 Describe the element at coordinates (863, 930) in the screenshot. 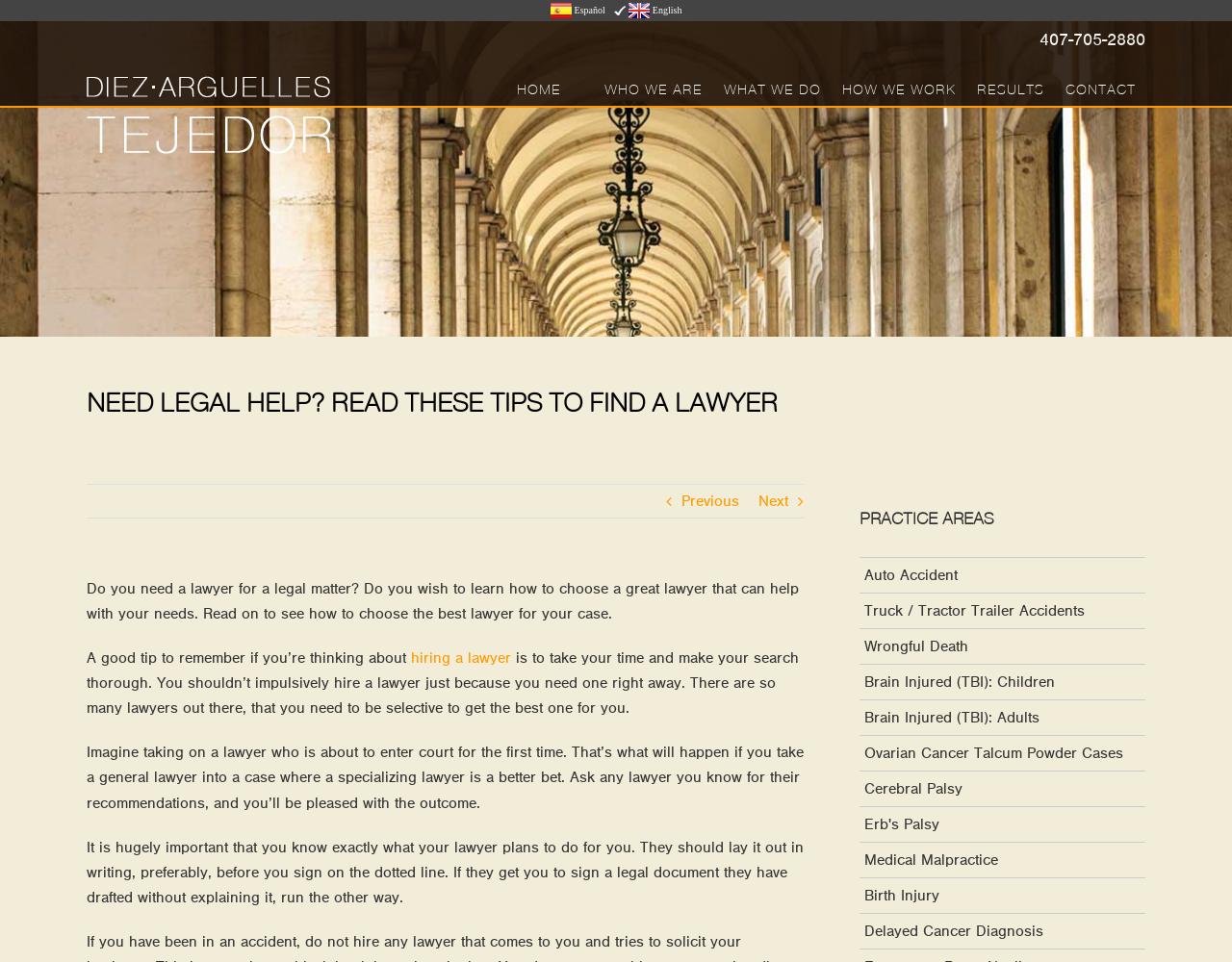

I see `'Delayed Cancer Diagnosis'` at that location.